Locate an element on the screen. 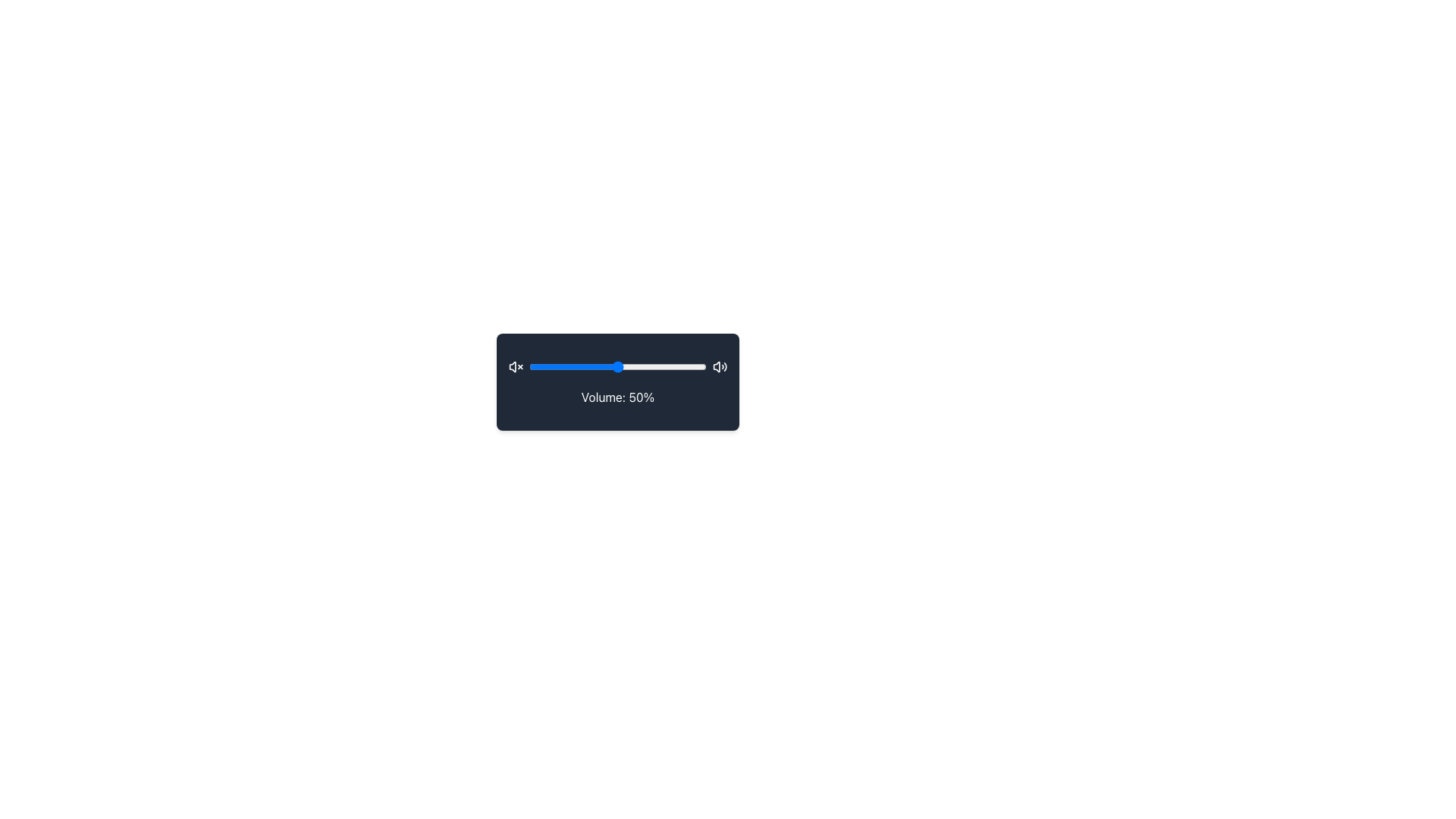 The image size is (1456, 819). the volume level is located at coordinates (637, 366).